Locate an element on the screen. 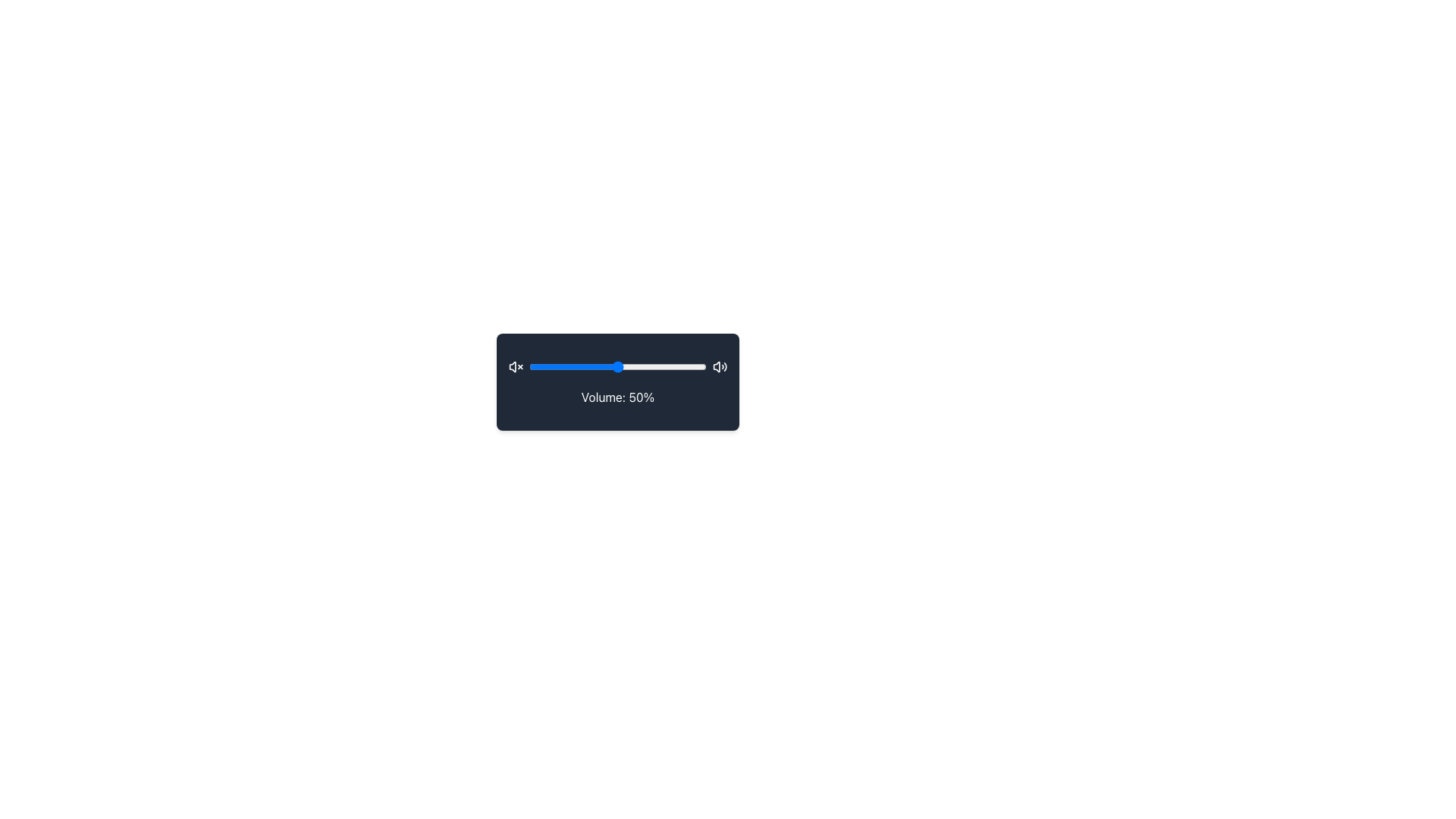 The image size is (1456, 819). the volume level is located at coordinates (637, 366).